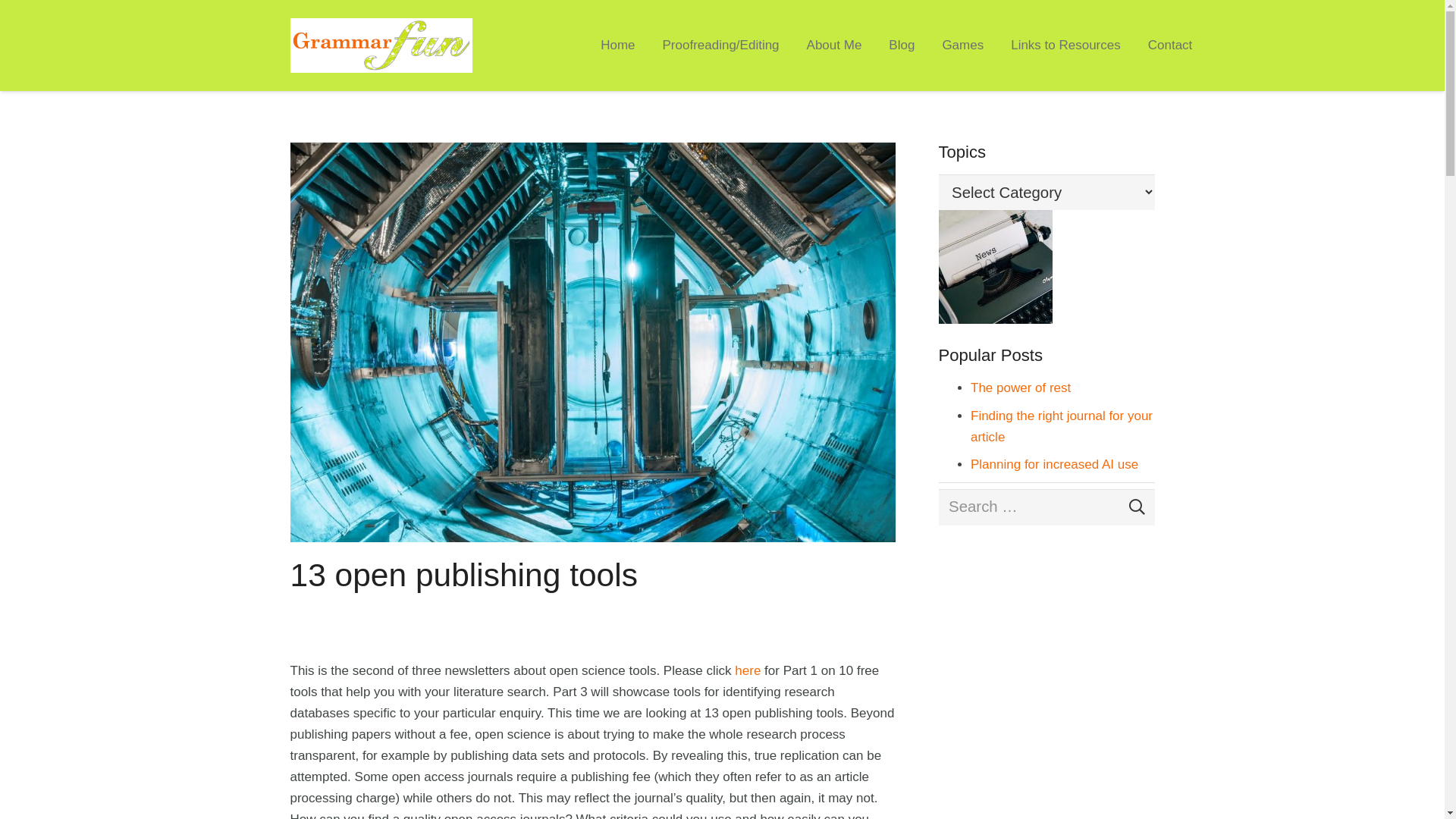 Image resolution: width=1456 pixels, height=819 pixels. I want to click on 'The power of rest', so click(1020, 387).